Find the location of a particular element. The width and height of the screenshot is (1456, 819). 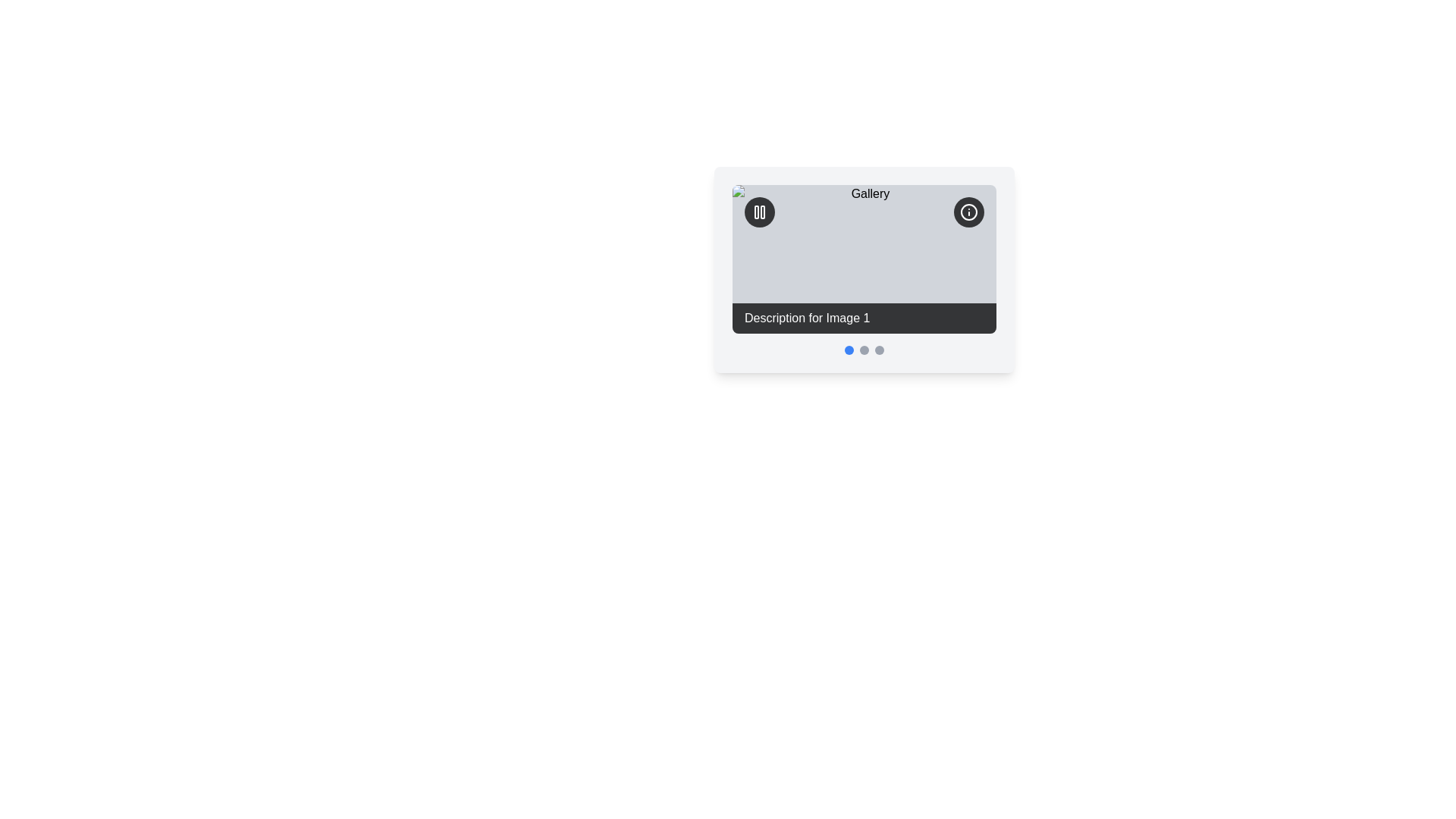

the 'Pause' button represented by two vertical bars located in the top-left corner of the interface within the gray box labeled 'Gallery' is located at coordinates (763, 212).